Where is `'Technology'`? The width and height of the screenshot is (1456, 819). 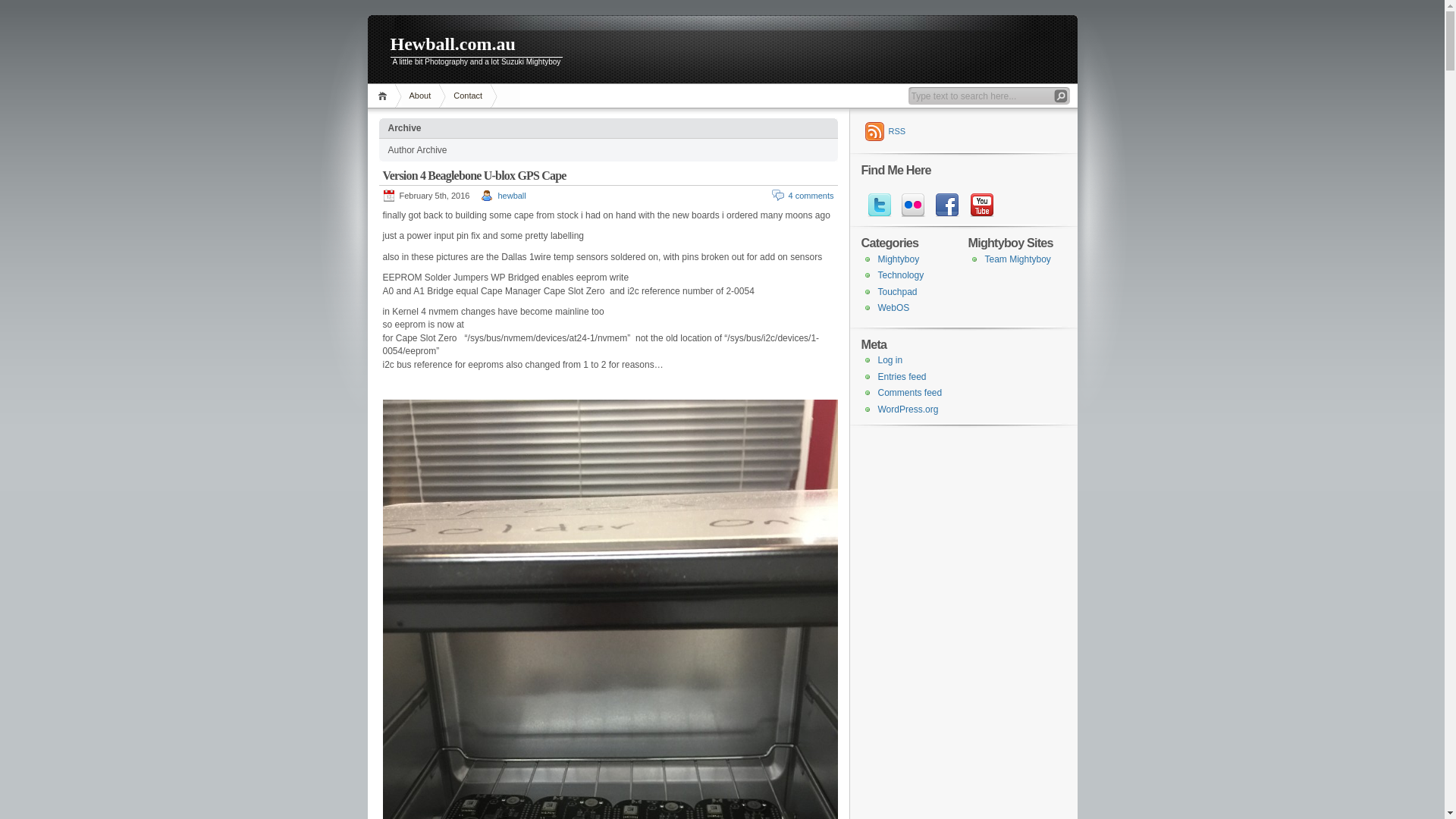 'Technology' is located at coordinates (901, 275).